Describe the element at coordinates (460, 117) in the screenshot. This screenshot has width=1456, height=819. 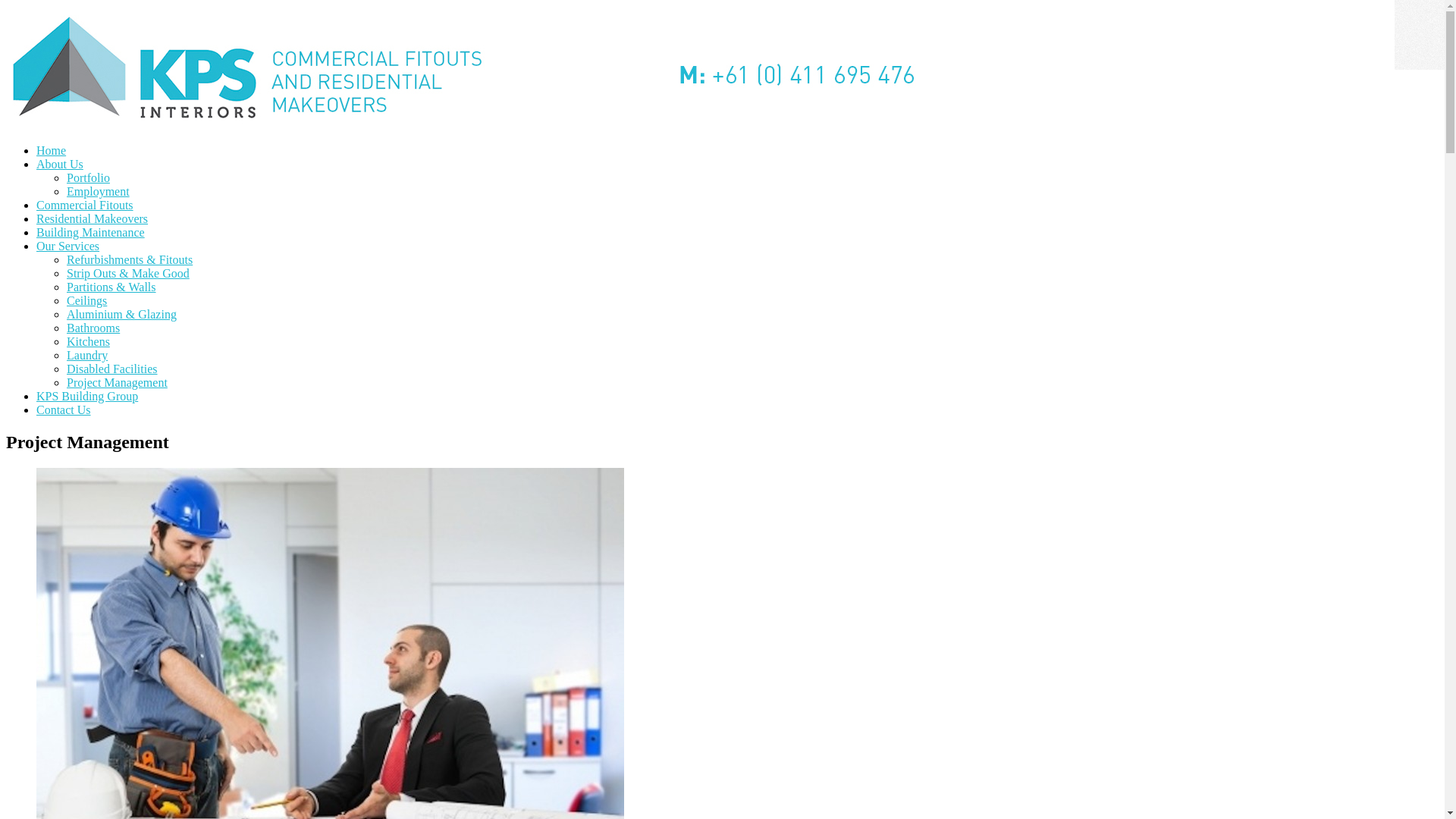
I see `'KPS Interiors'` at that location.